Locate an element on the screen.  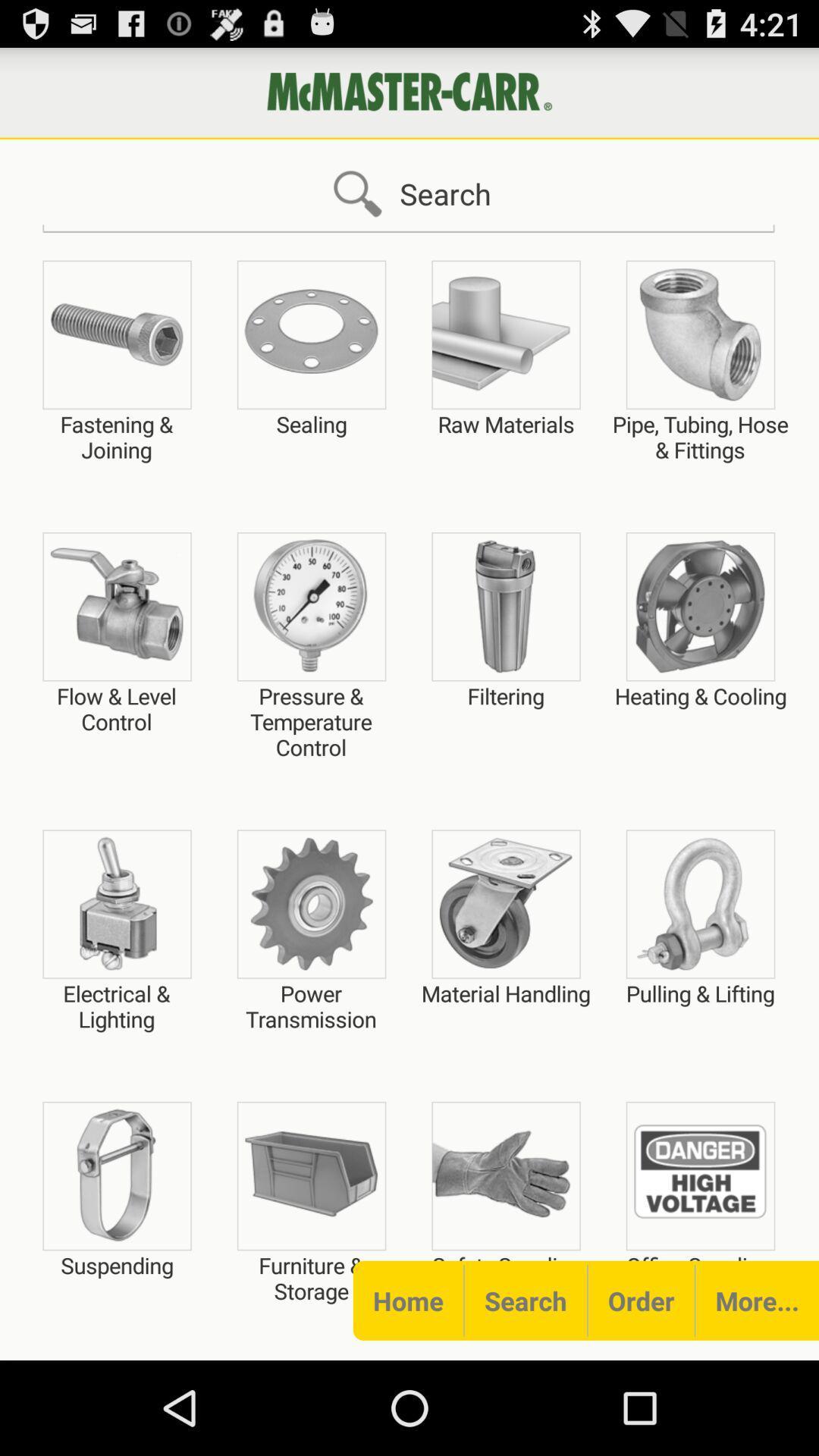
the more... icon is located at coordinates (757, 1300).